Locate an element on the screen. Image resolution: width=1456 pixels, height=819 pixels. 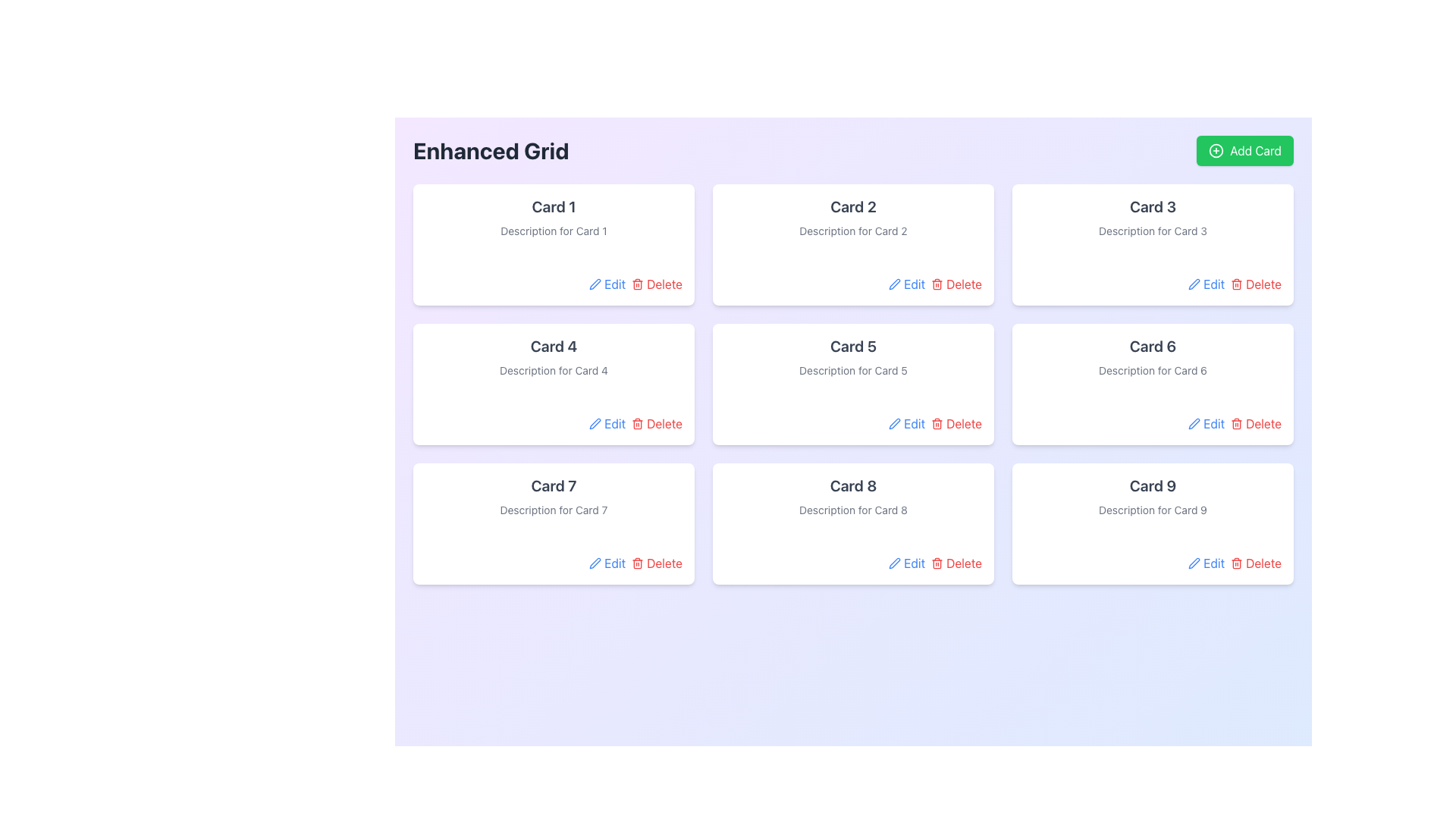
title text of 'Card 7', which is located in the first column of the third row in the grid layout, positioned above its descriptive text is located at coordinates (553, 485).